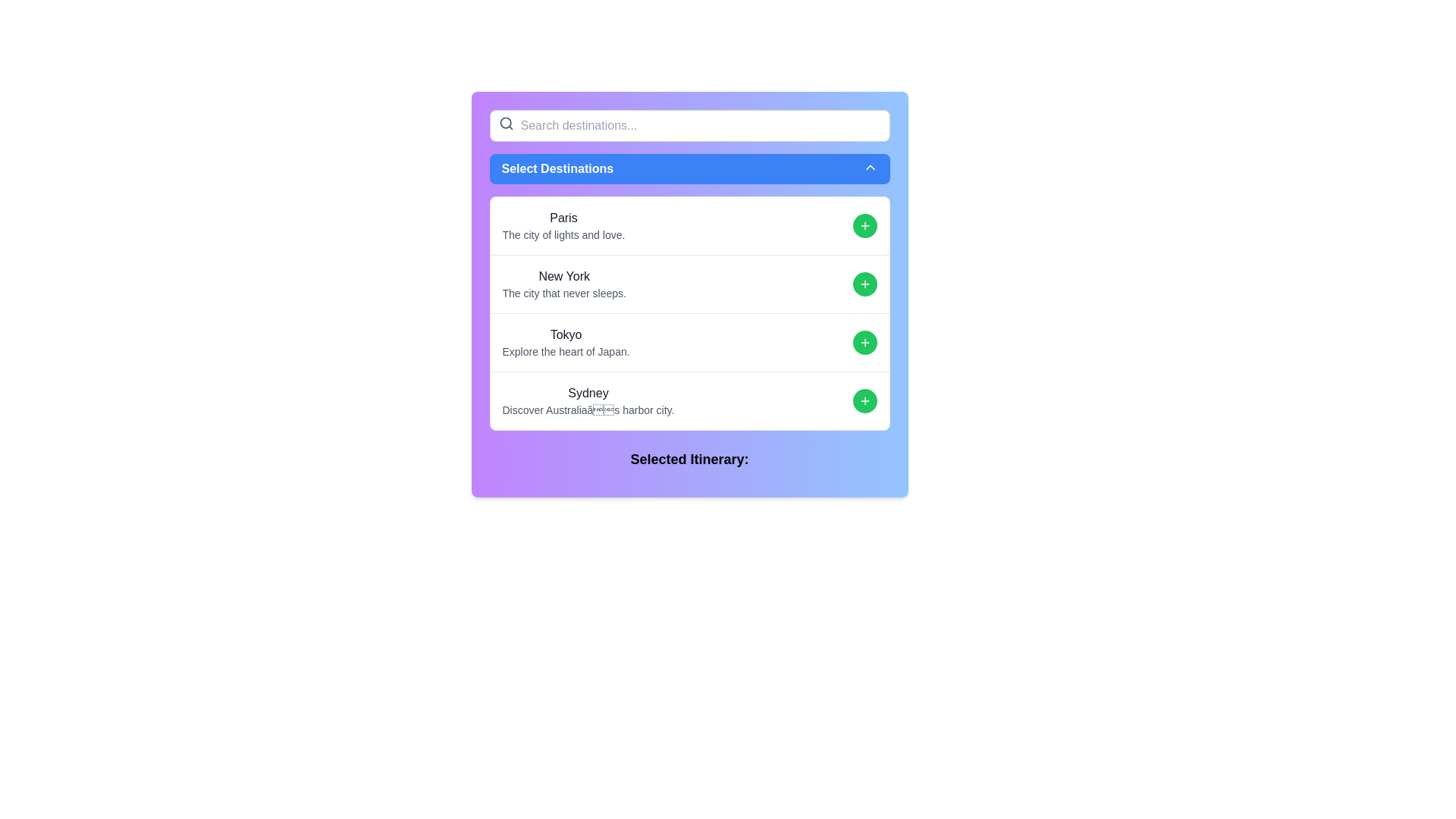 This screenshot has height=819, width=1456. What do you see at coordinates (689, 458) in the screenshot?
I see `the label that indicates the selected itinerary items, located at the bottom of the interface, directly below the list of options like 'Paris', 'New York', 'Tokyo', and 'Sydney'` at bounding box center [689, 458].